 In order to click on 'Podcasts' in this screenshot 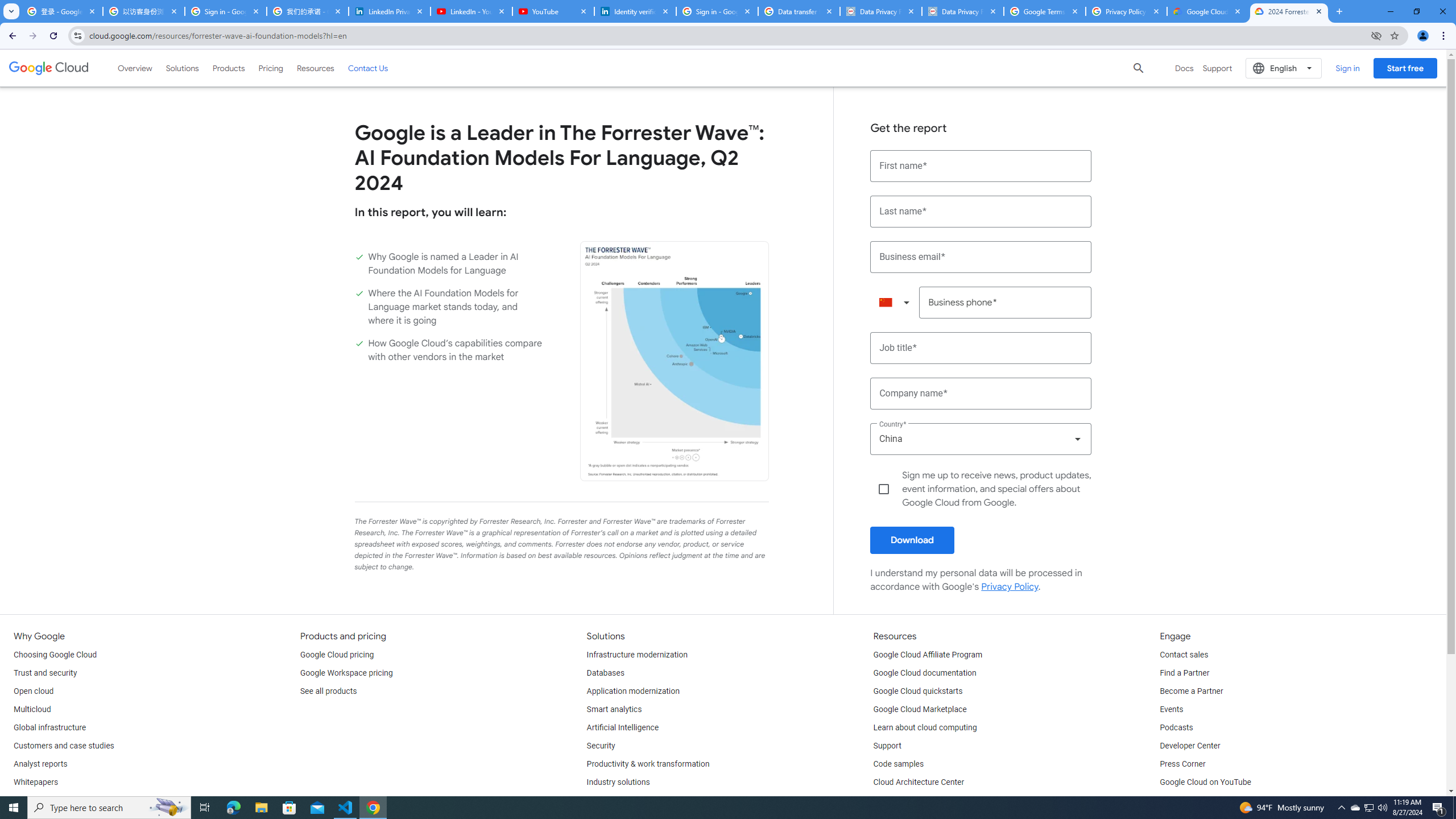, I will do `click(1176, 727)`.